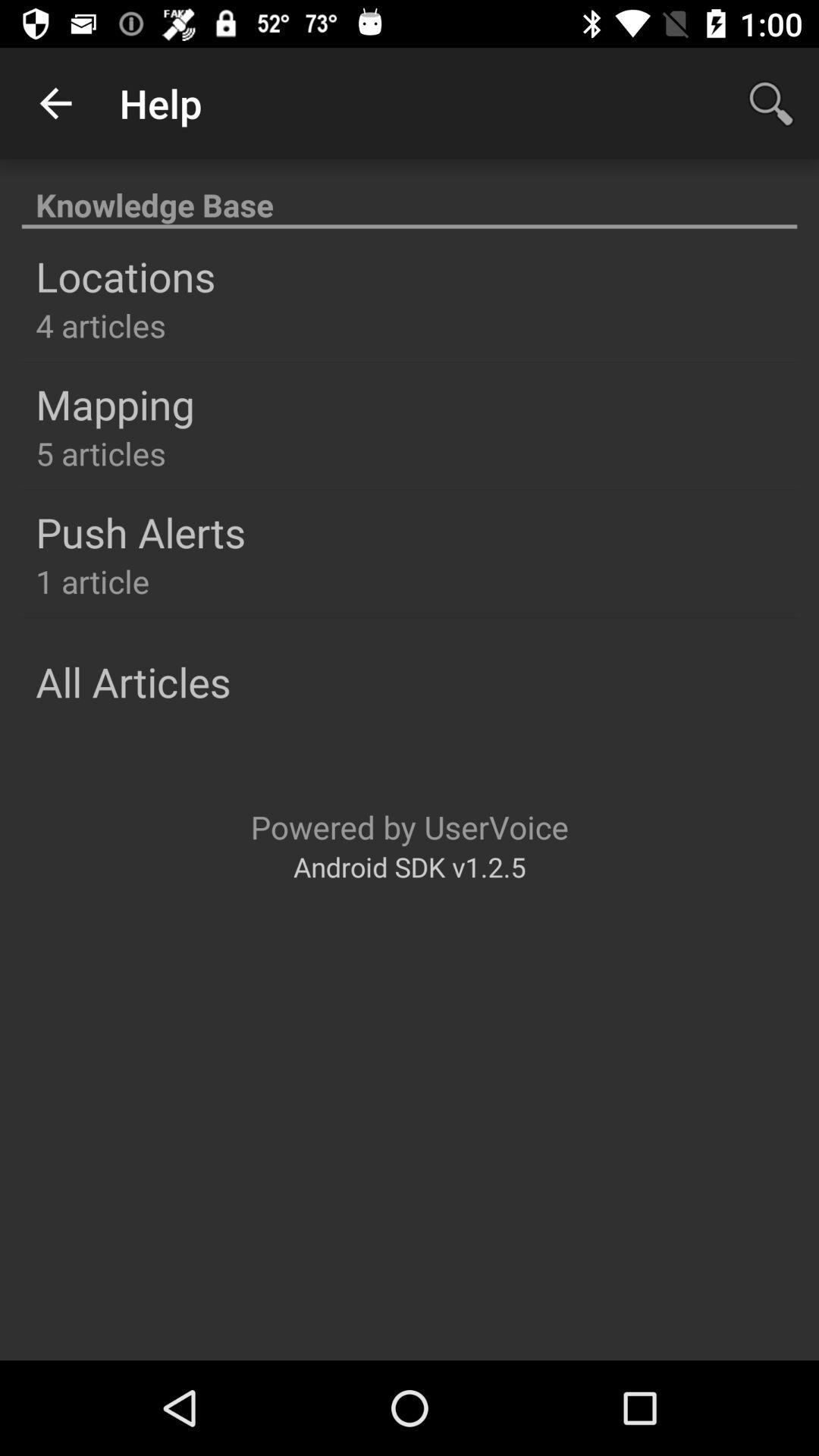 This screenshot has height=1456, width=819. Describe the element at coordinates (132, 680) in the screenshot. I see `the all articles icon` at that location.